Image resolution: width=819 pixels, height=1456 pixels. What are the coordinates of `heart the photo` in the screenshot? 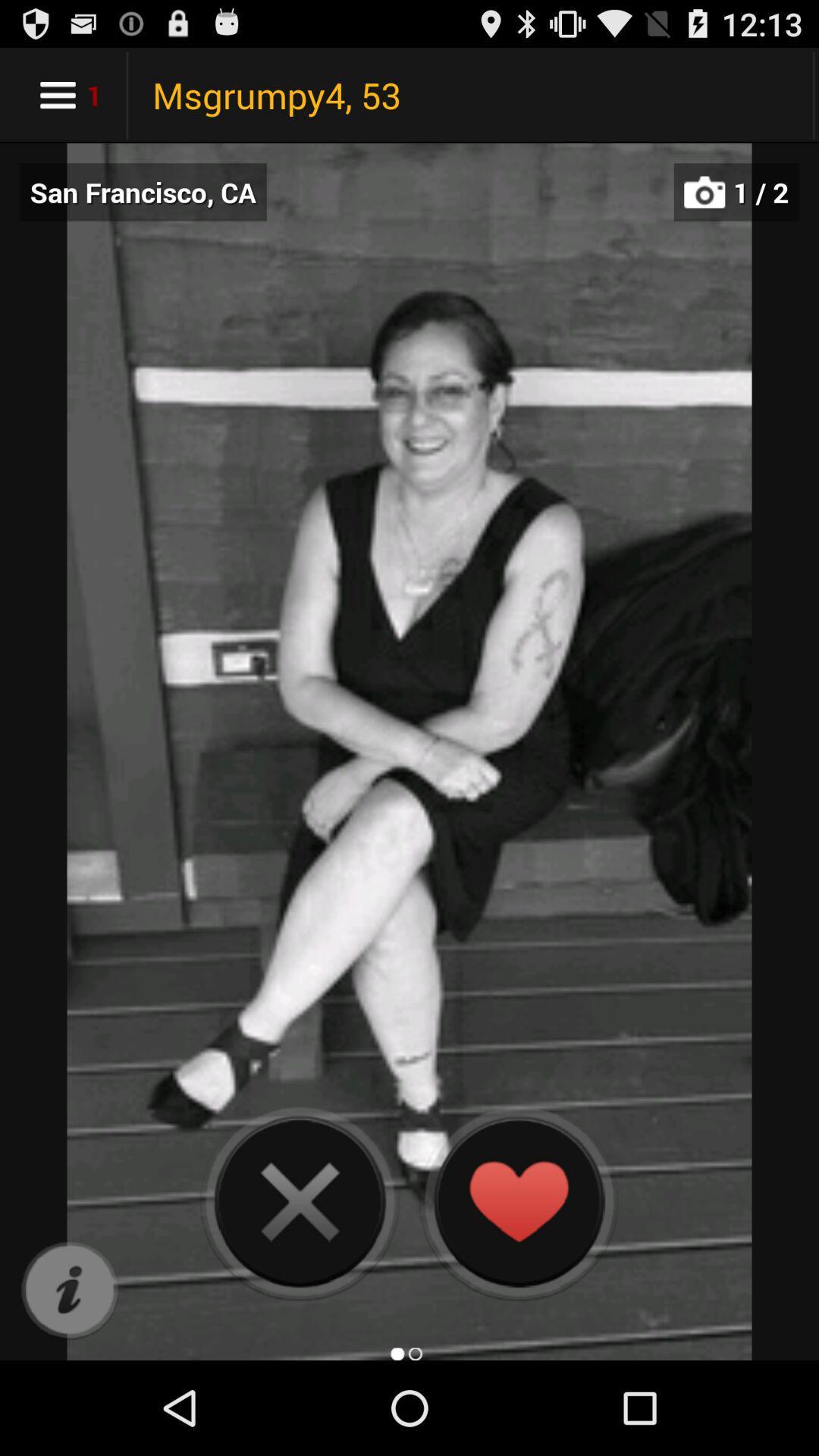 It's located at (517, 1200).